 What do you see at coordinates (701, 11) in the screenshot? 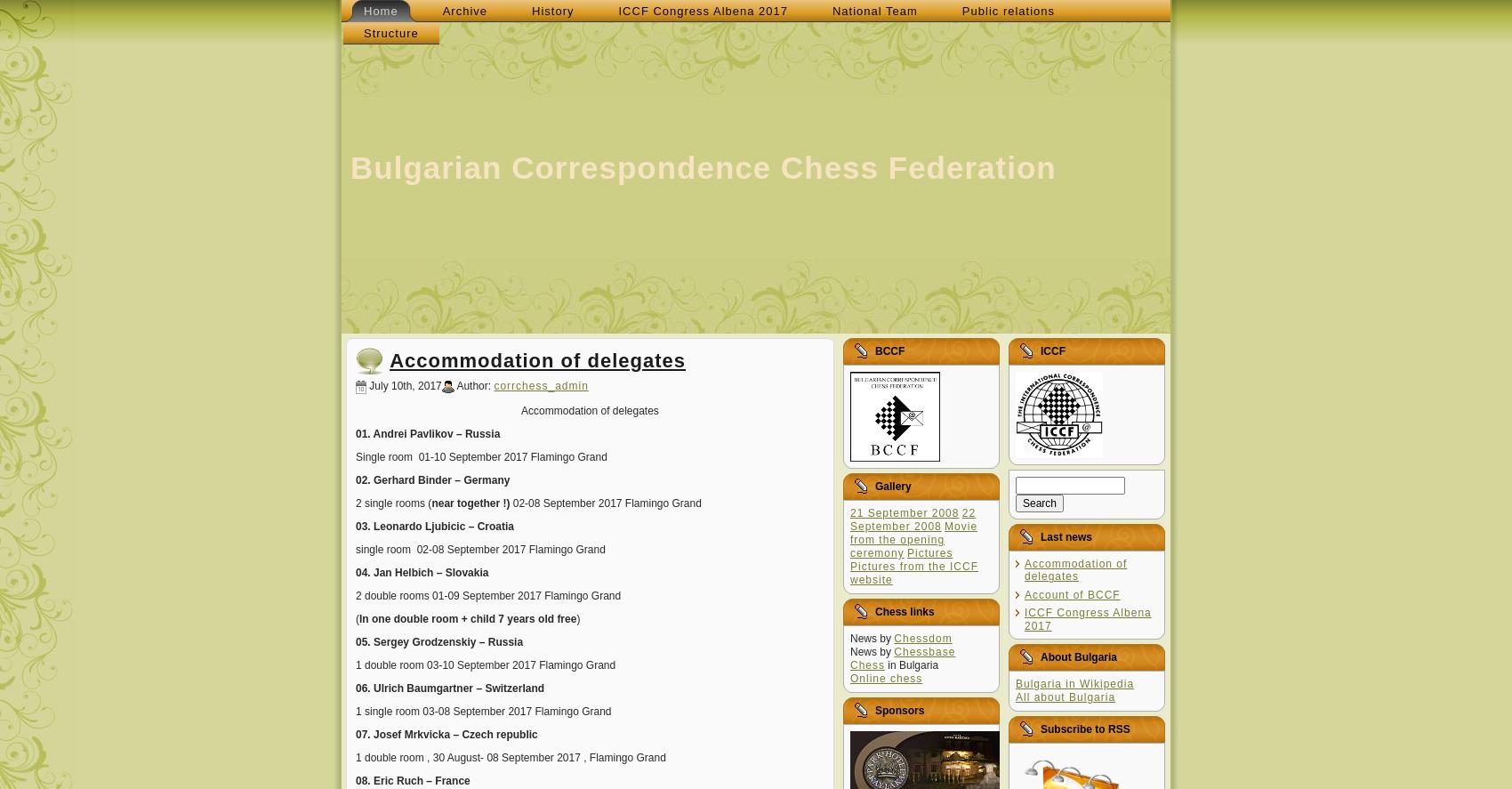
I see `'ICCF Congress Albena 2017'` at bounding box center [701, 11].